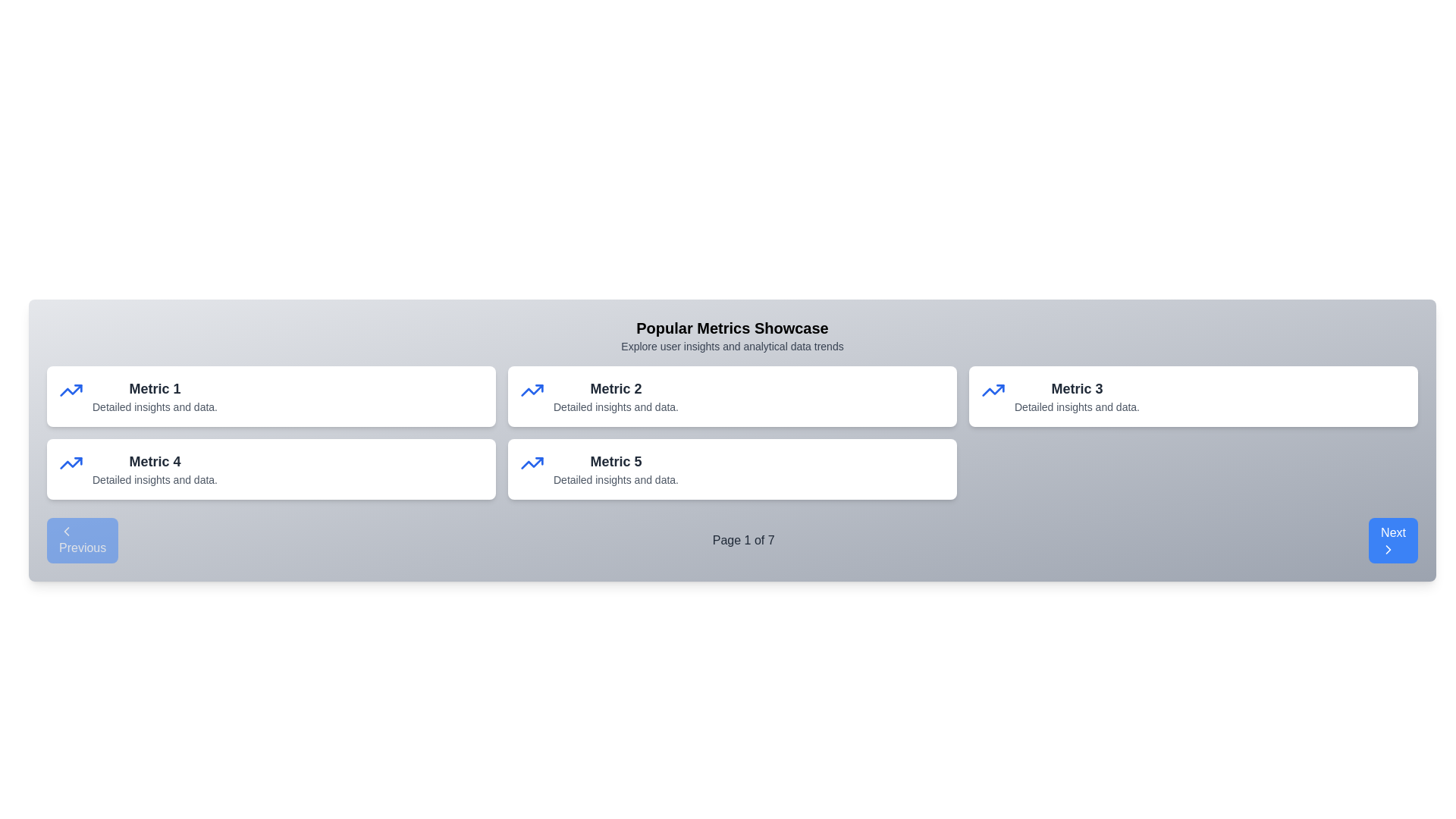  I want to click on the text label displaying 'Page 1 of 7', which is styled with a gray font color and medium weight, located at the bottom of the page between the 'Previous' and 'Next' navigation buttons, so click(743, 540).